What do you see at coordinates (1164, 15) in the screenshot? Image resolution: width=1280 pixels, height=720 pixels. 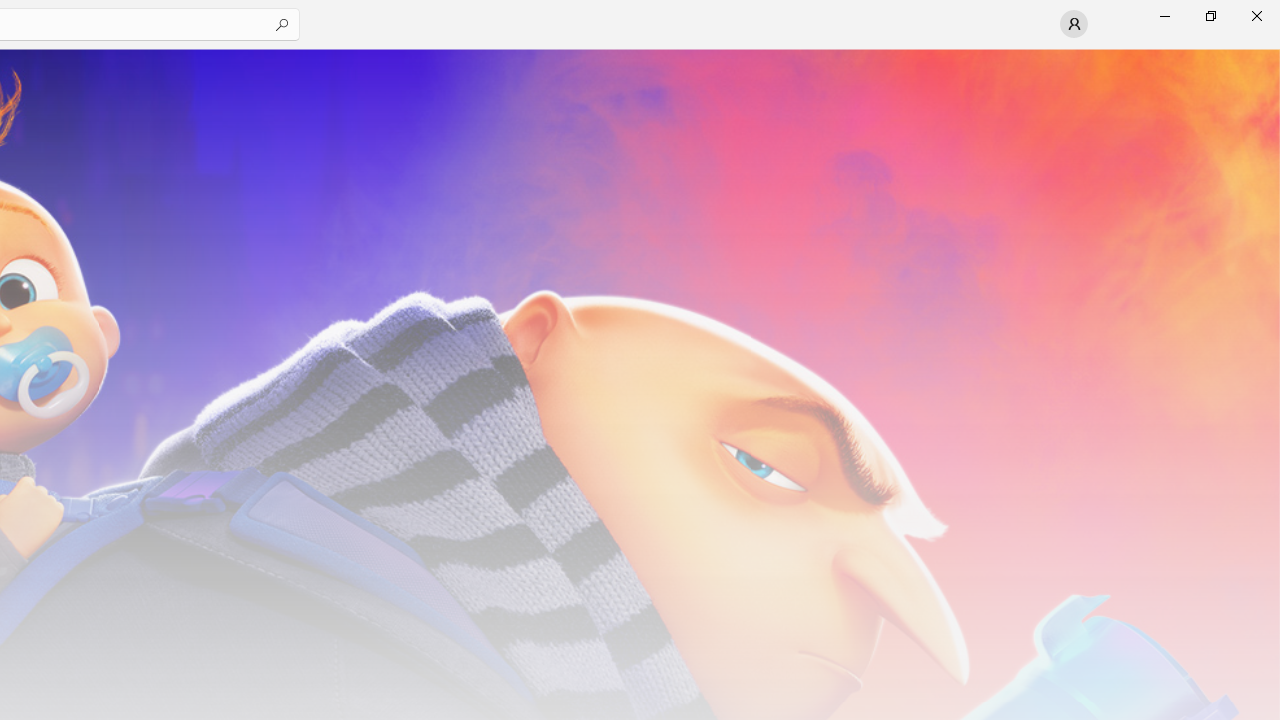 I see `'Minimize Microsoft Store'` at bounding box center [1164, 15].